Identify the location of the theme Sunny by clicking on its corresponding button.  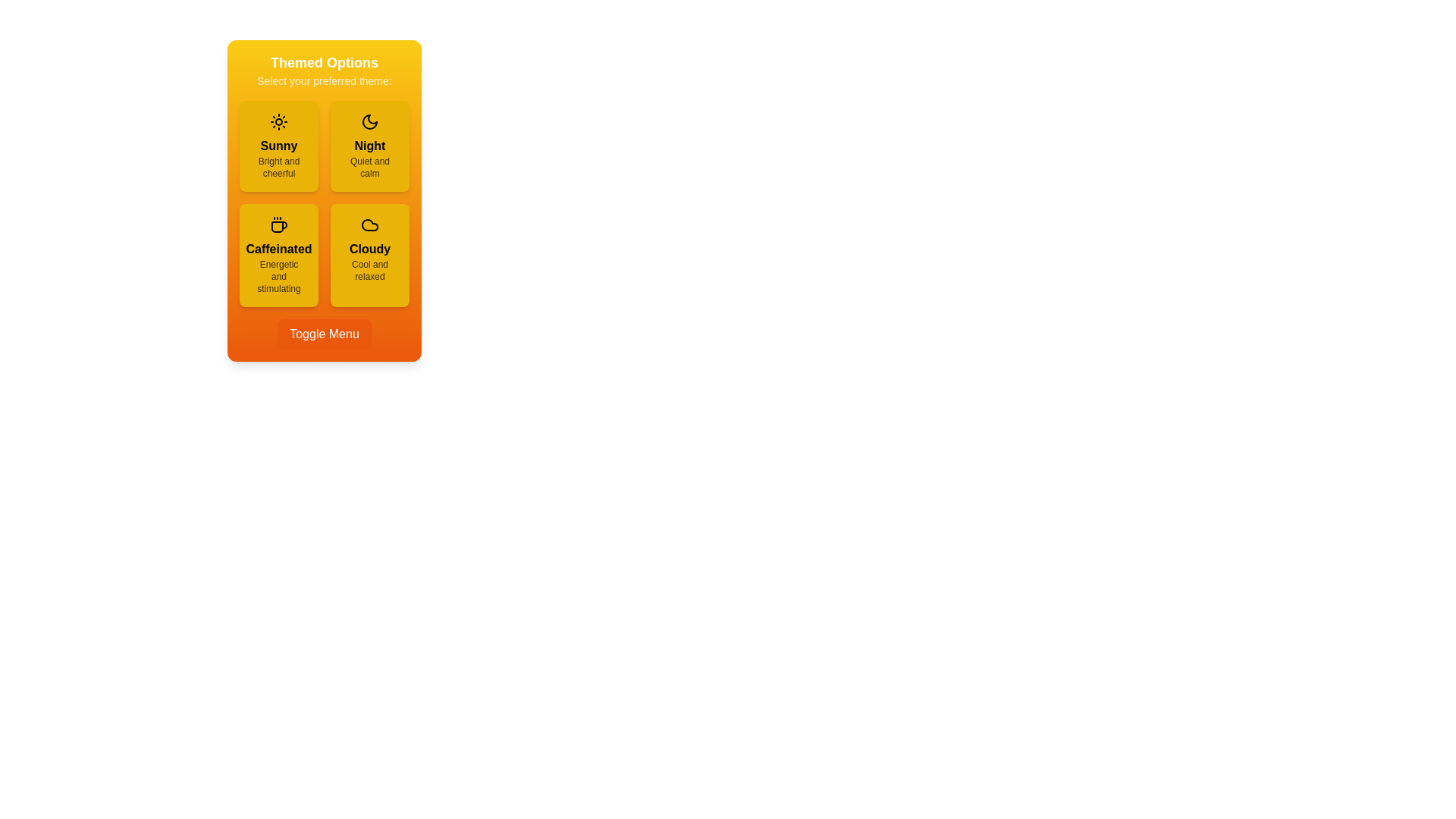
(279, 146).